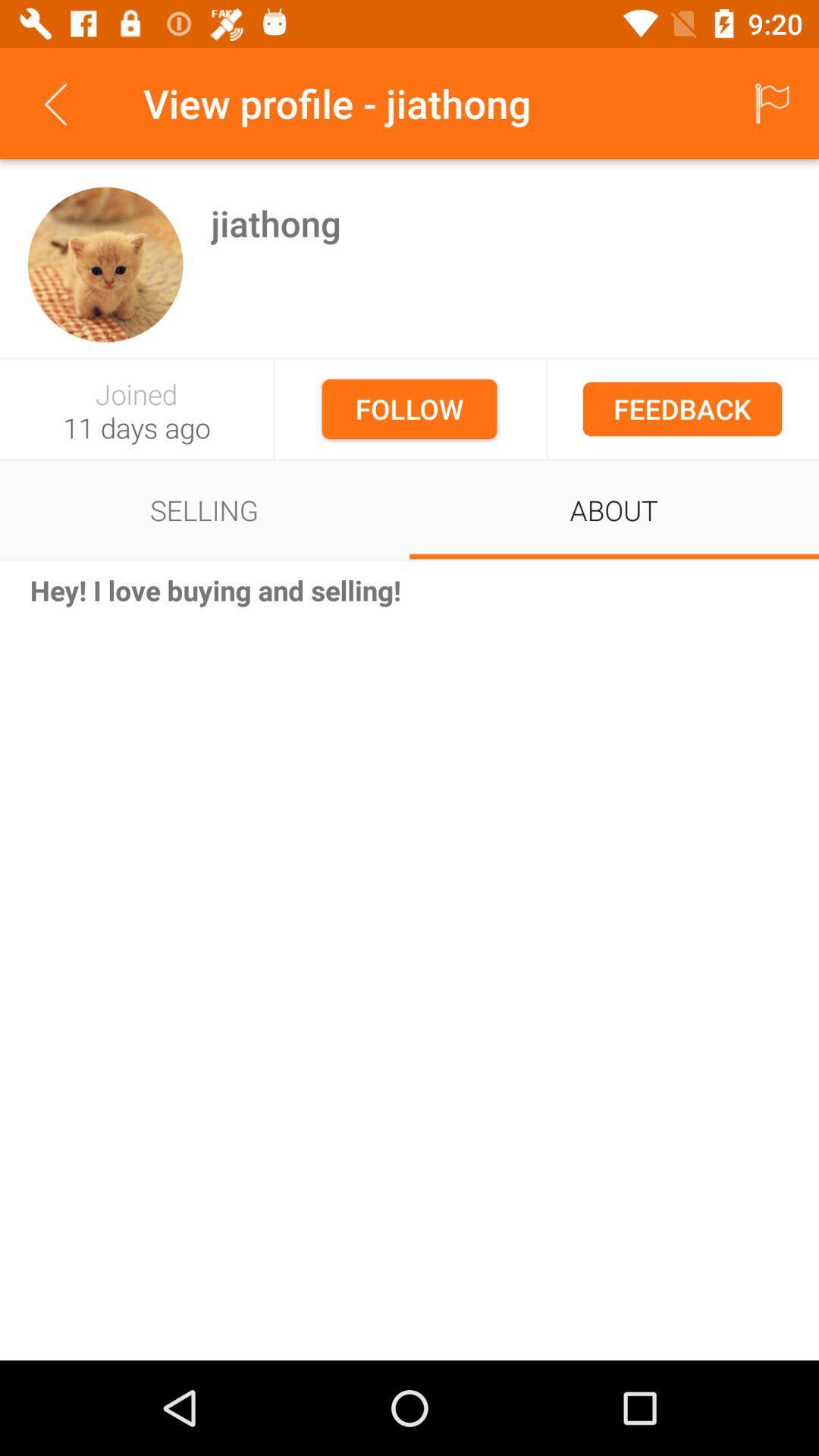 The image size is (819, 1456). Describe the element at coordinates (409, 409) in the screenshot. I see `the follow icon` at that location.